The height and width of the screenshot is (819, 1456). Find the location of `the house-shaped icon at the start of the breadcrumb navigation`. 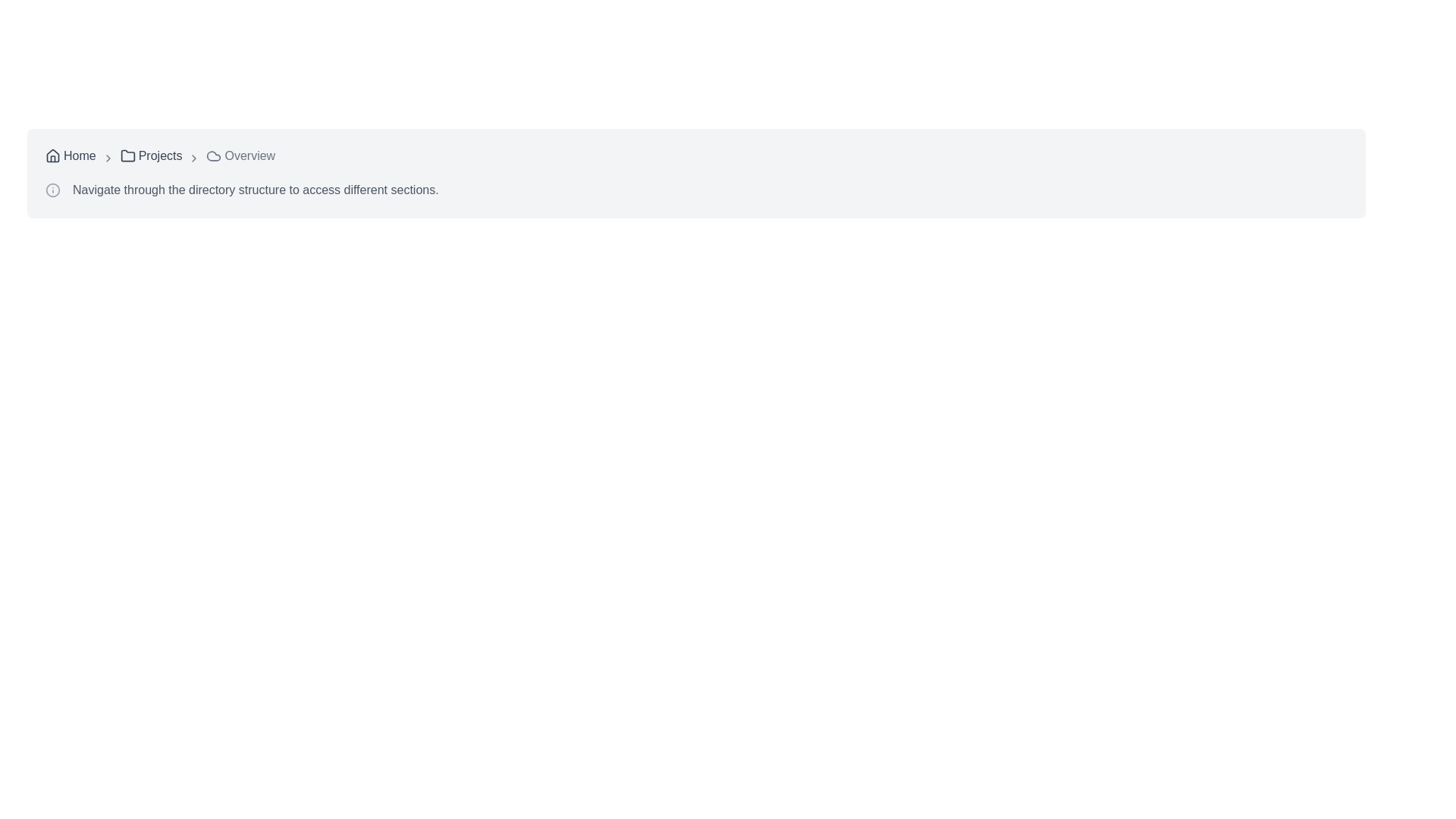

the house-shaped icon at the start of the breadcrumb navigation is located at coordinates (53, 155).